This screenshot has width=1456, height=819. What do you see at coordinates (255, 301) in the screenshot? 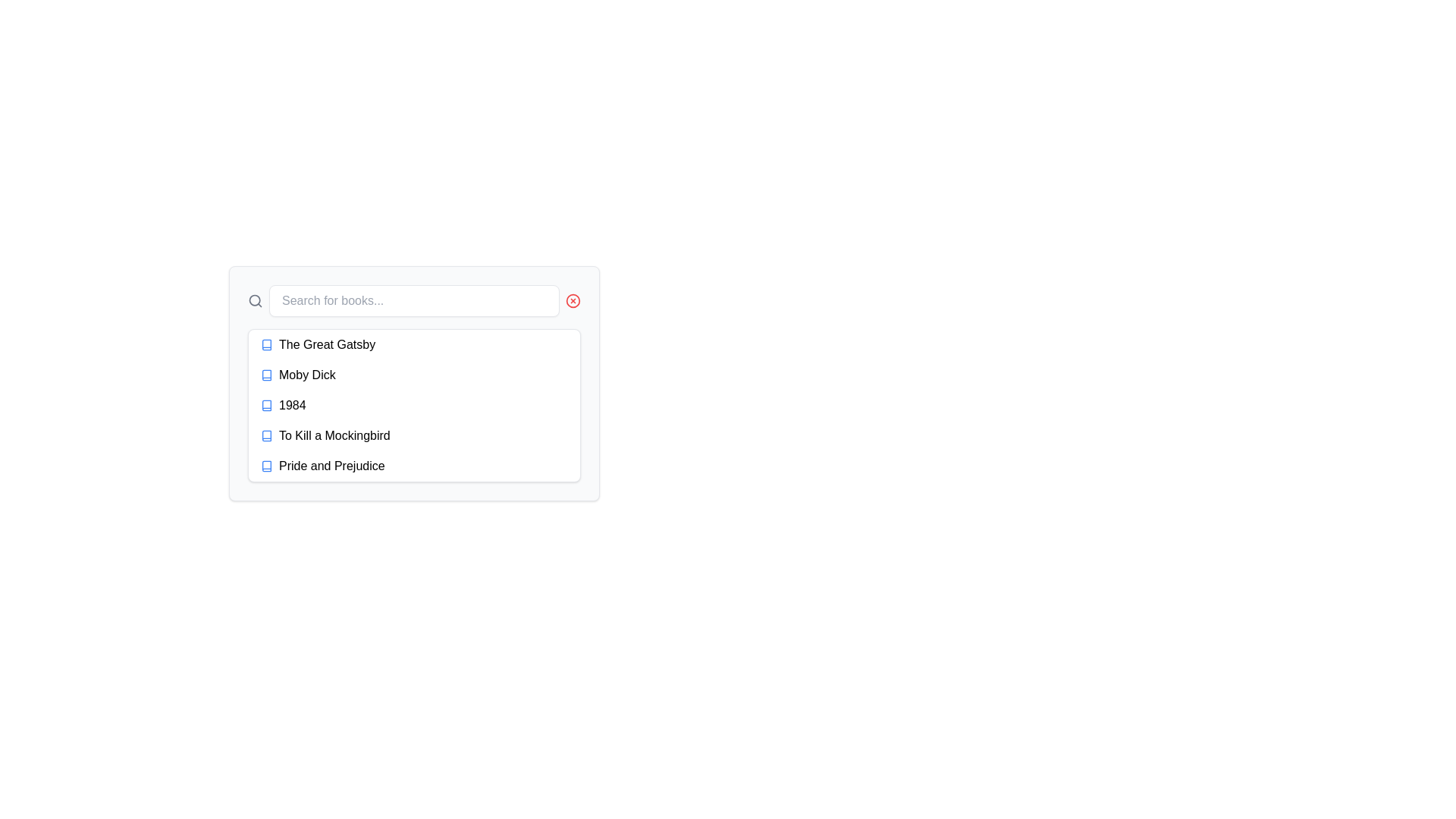
I see `the search icon located to the left of the search input field, which serves as a representation of the search functionality` at bounding box center [255, 301].